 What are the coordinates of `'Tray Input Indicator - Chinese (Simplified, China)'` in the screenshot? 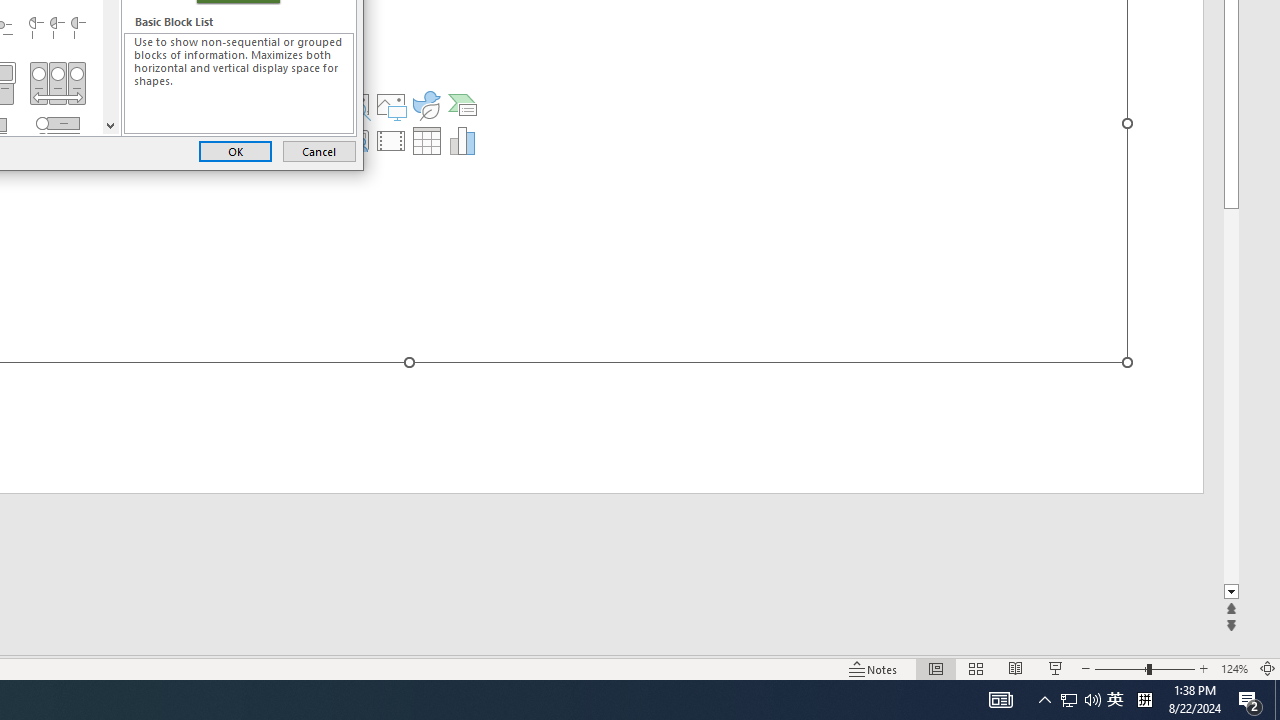 It's located at (1144, 698).